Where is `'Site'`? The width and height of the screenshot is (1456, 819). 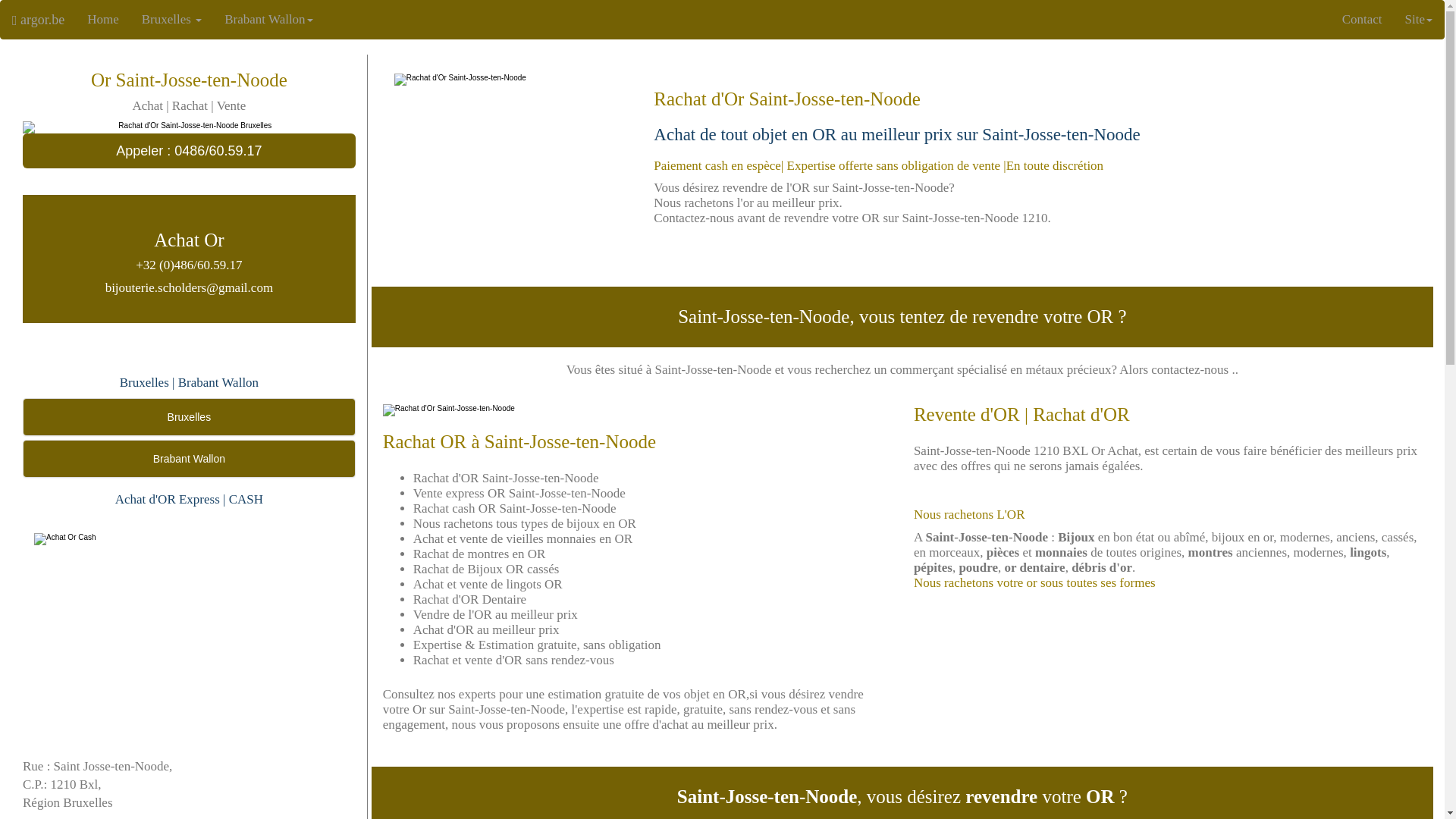 'Site' is located at coordinates (1418, 20).